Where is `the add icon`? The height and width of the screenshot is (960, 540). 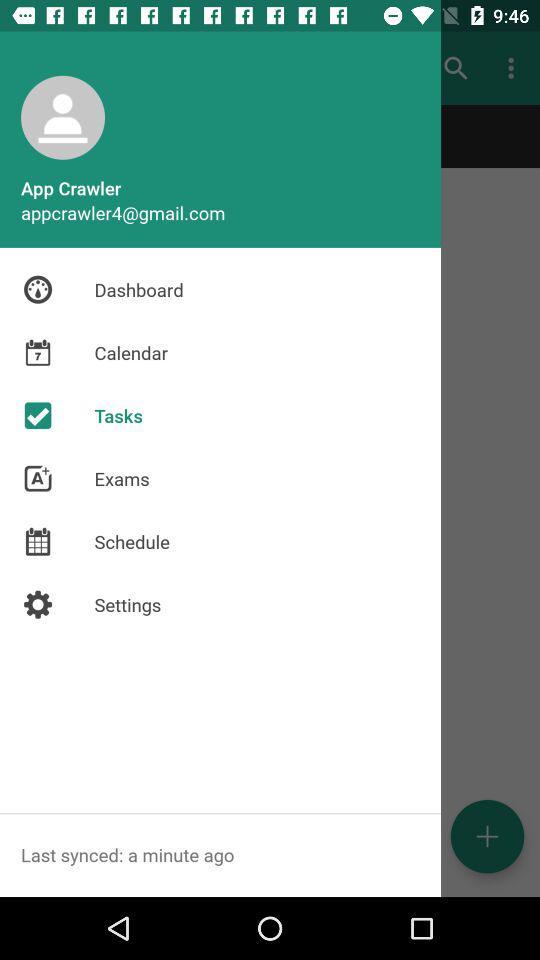 the add icon is located at coordinates (486, 836).